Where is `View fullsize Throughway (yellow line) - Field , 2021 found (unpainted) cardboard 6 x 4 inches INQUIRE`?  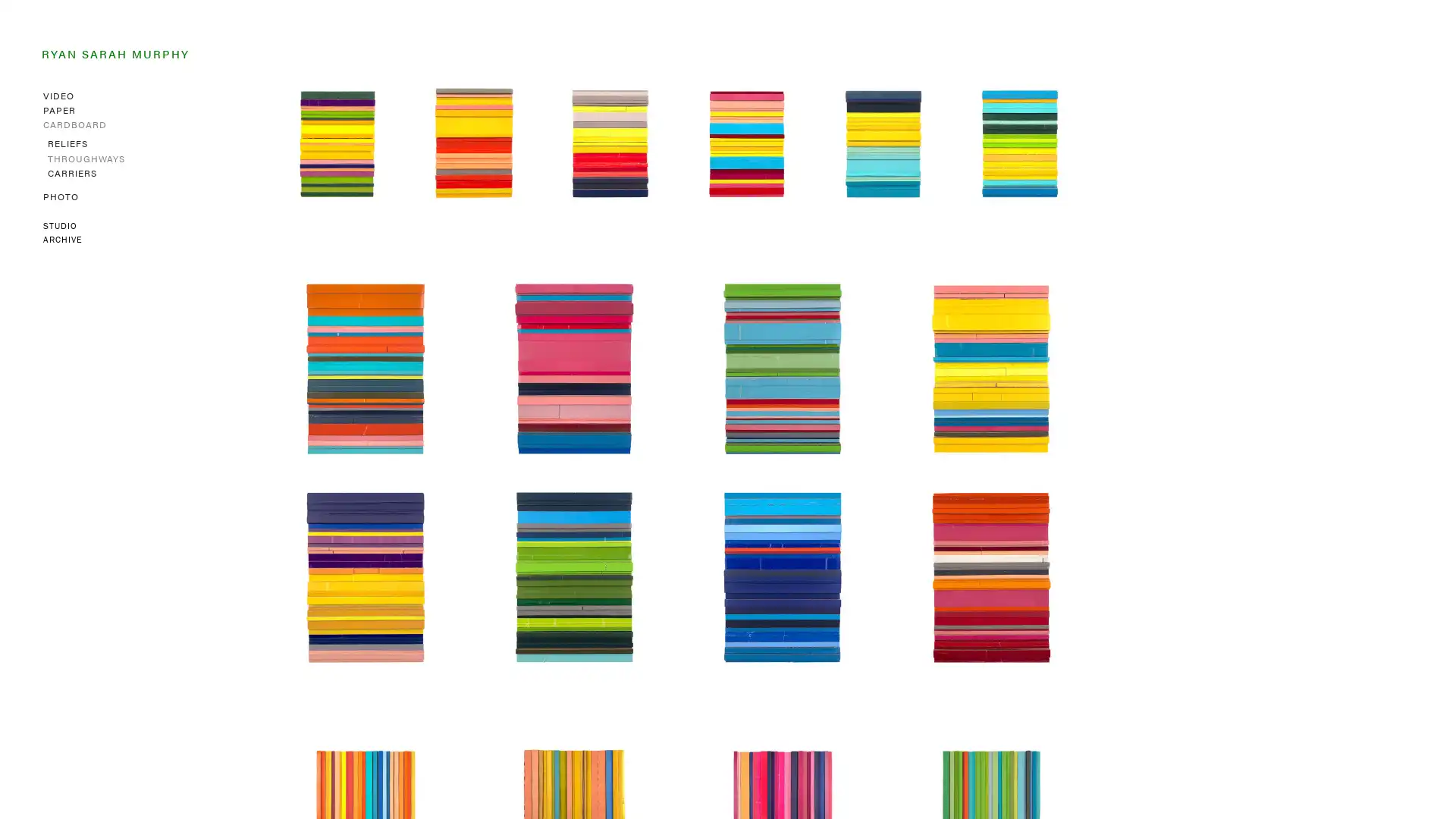 View fullsize Throughway (yellow line) - Field , 2021 found (unpainted) cardboard 6 x 4 inches INQUIRE is located at coordinates (1019, 143).